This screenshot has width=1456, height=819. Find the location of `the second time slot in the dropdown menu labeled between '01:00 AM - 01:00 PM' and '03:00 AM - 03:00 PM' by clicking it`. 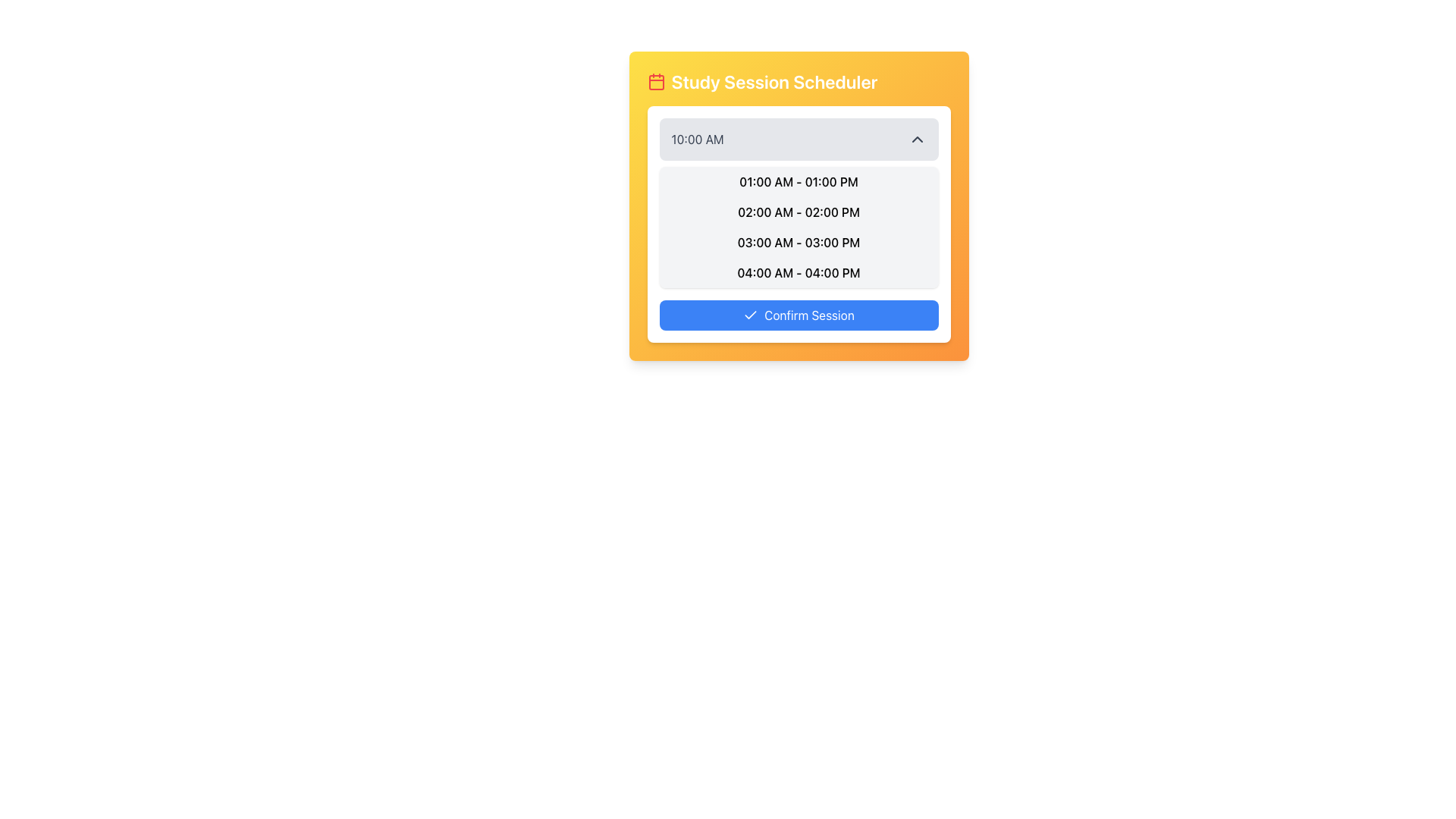

the second time slot in the dropdown menu labeled between '01:00 AM - 01:00 PM' and '03:00 AM - 03:00 PM' by clicking it is located at coordinates (798, 212).